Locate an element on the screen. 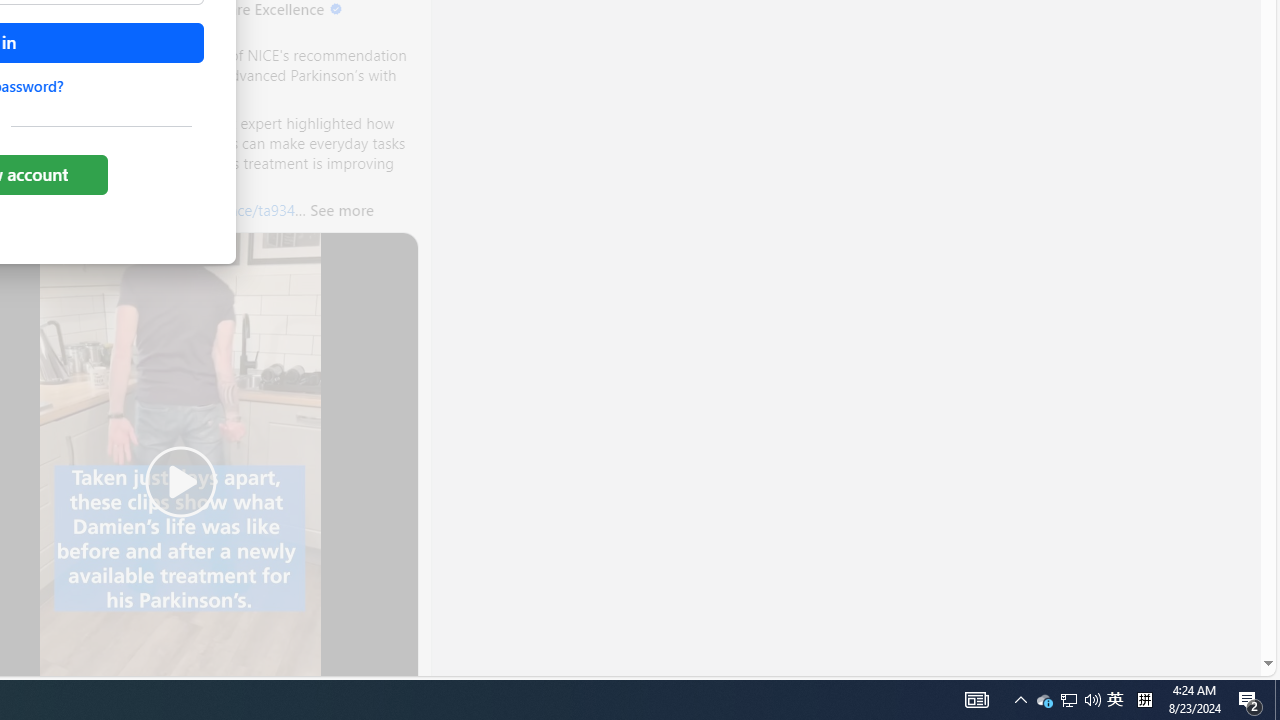 This screenshot has width=1280, height=720. 'Notification Chevron' is located at coordinates (1020, 698).